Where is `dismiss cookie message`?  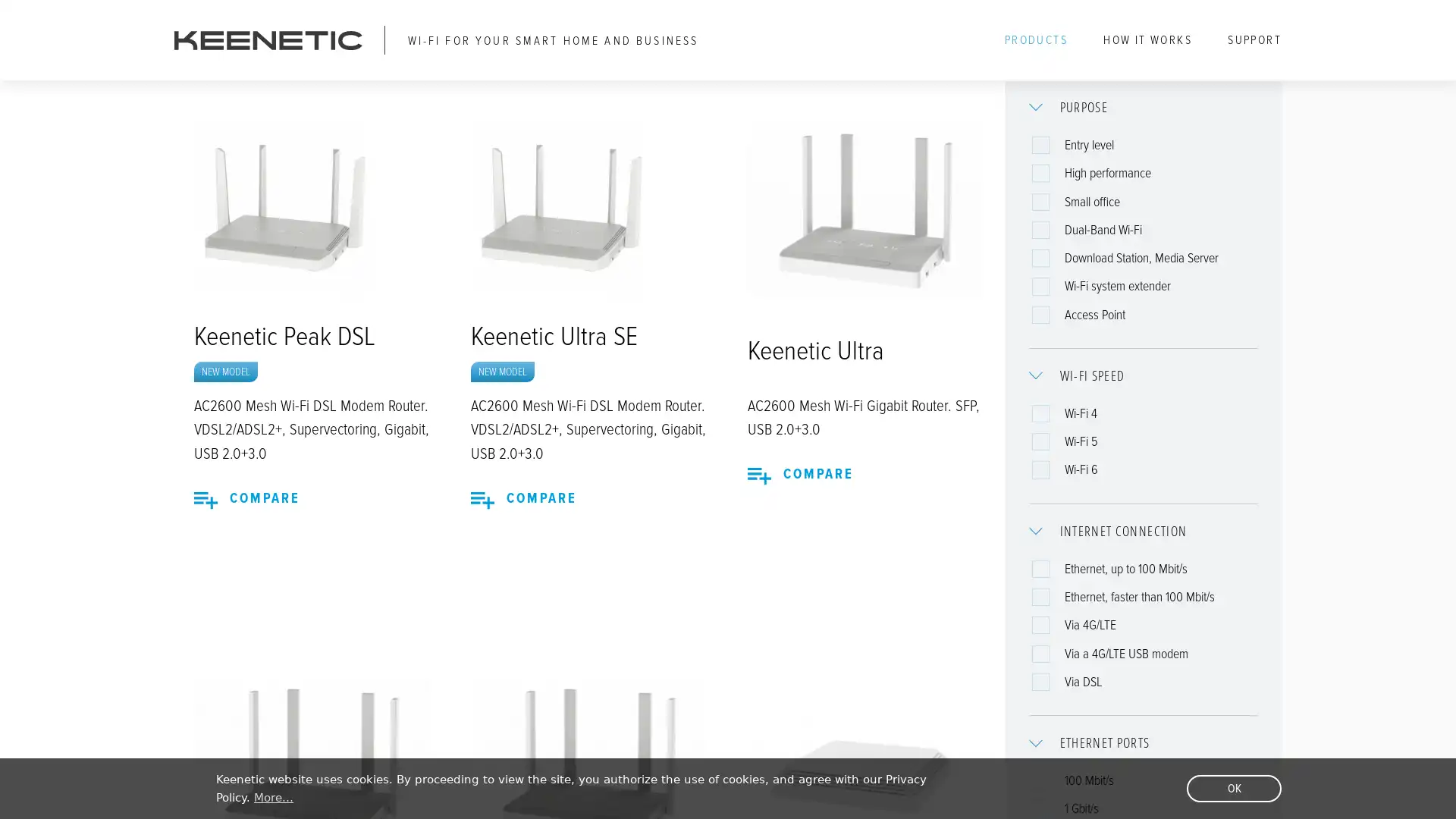
dismiss cookie message is located at coordinates (1234, 787).